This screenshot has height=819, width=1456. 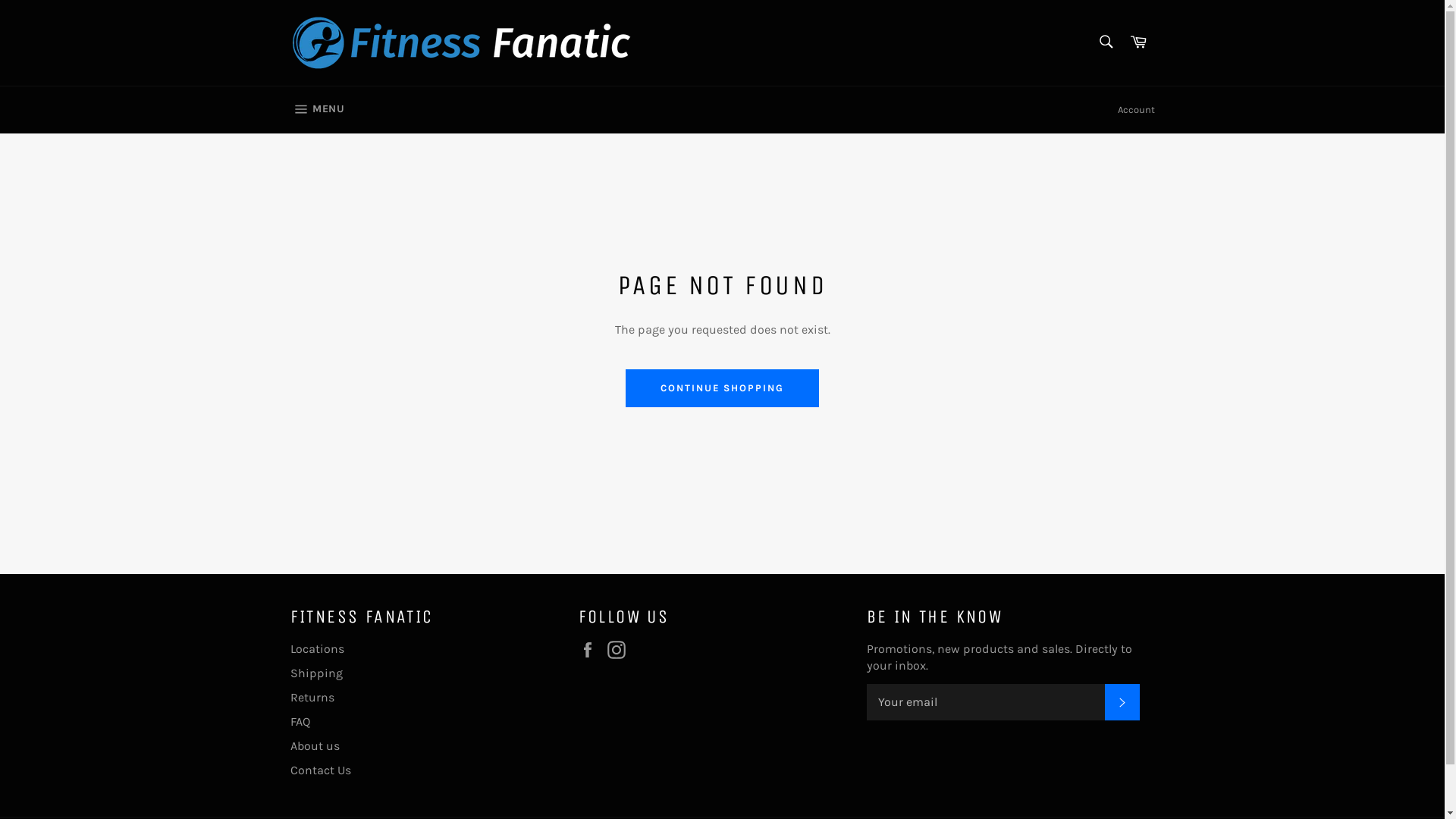 What do you see at coordinates (315, 672) in the screenshot?
I see `'Shipping'` at bounding box center [315, 672].